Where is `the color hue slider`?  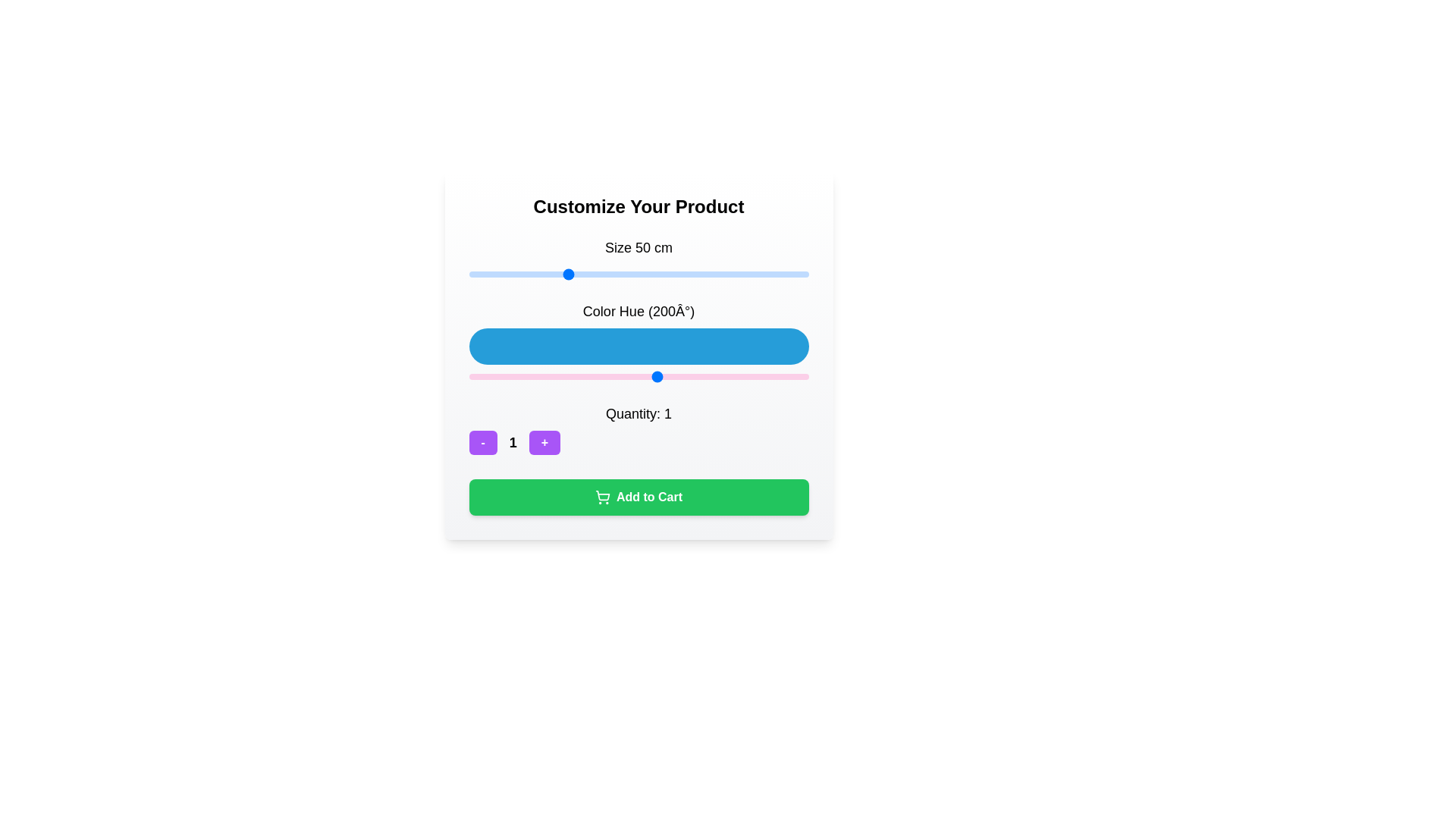 the color hue slider is located at coordinates (572, 376).